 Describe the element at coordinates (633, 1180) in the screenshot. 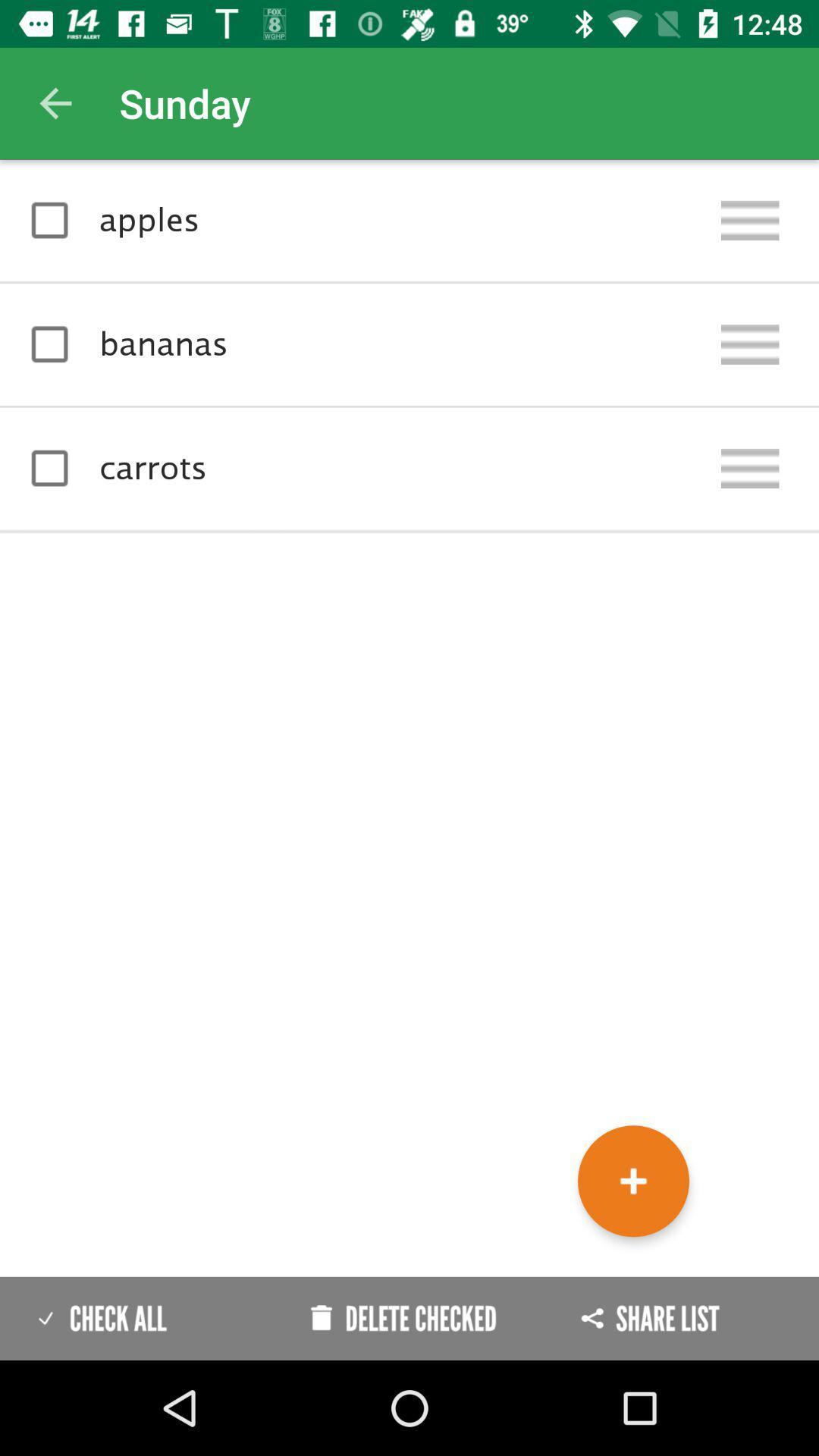

I see `the add icon` at that location.